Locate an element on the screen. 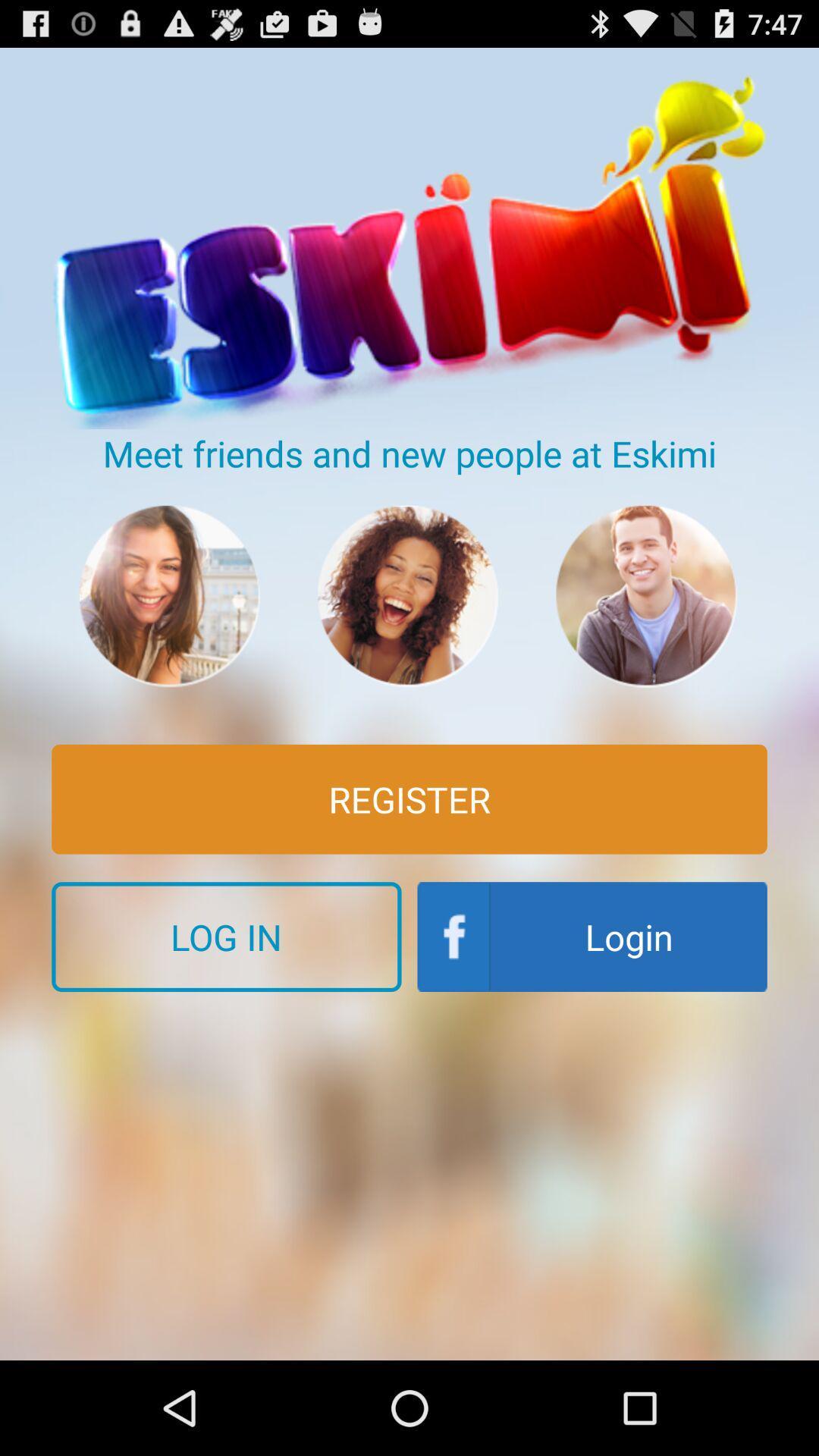  icon below the register item is located at coordinates (591, 936).